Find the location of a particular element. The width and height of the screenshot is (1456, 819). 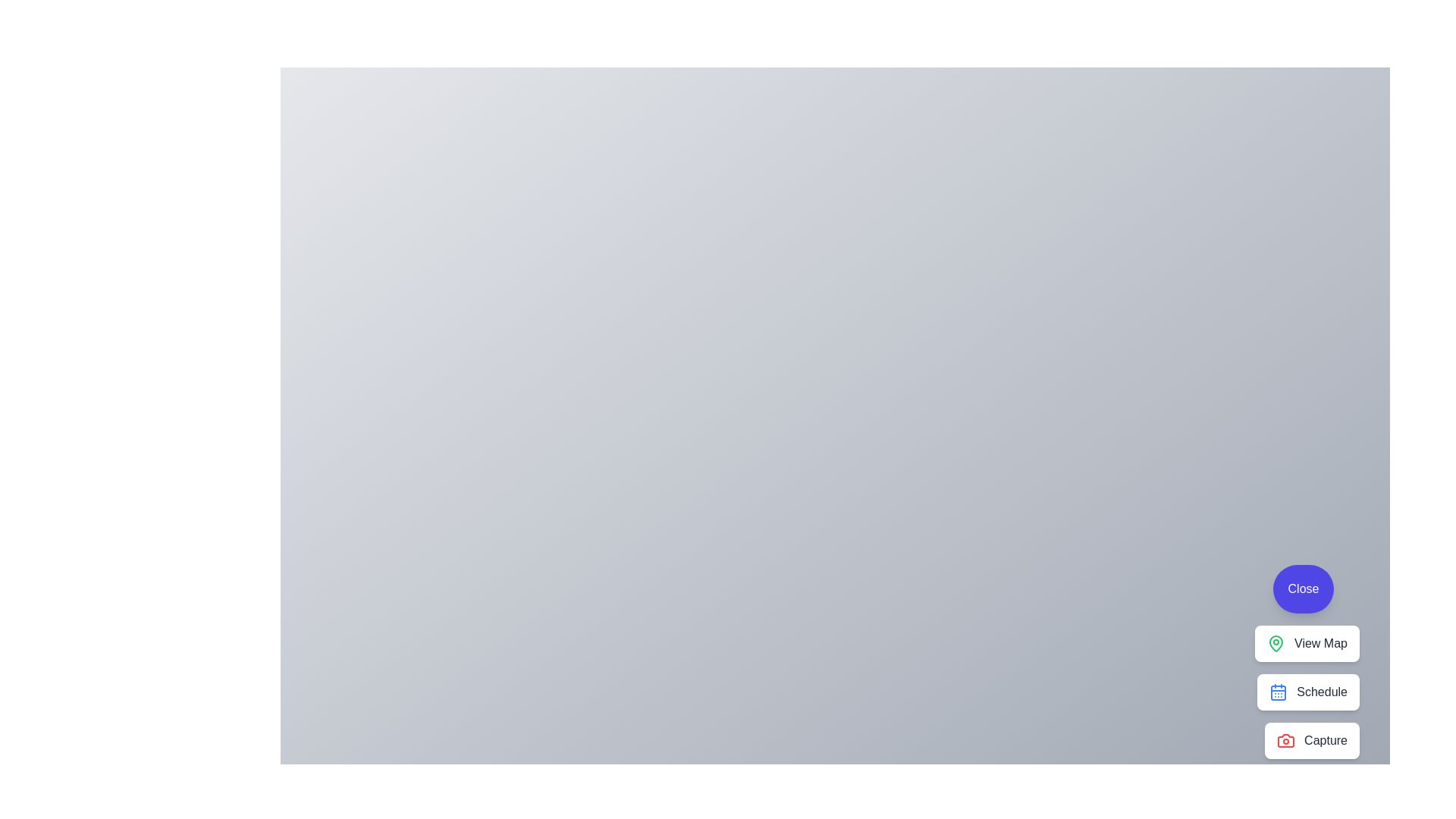

the 'Close' button to toggle the menu visibility is located at coordinates (1302, 588).